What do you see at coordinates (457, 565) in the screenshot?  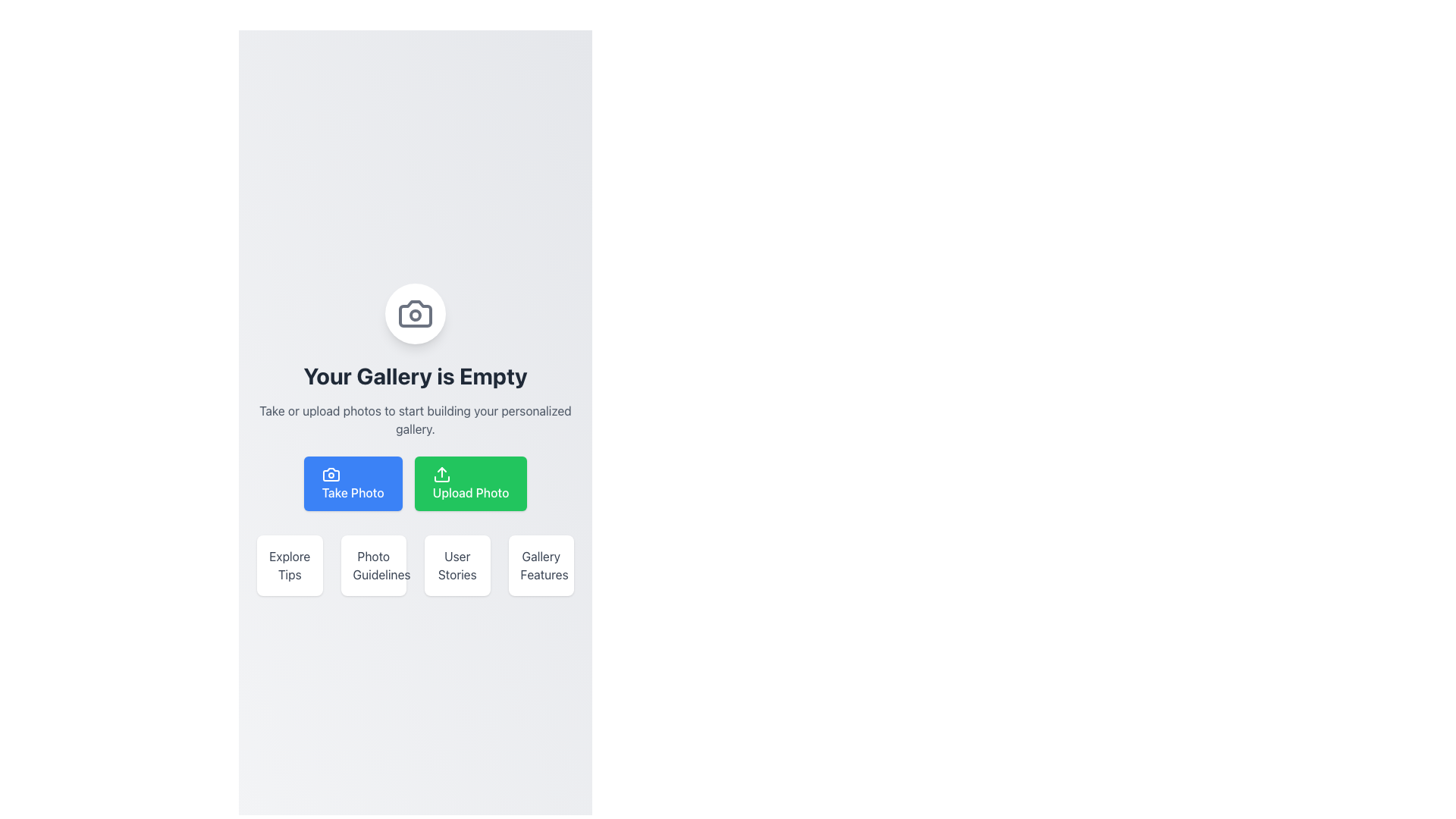 I see `the 'User Stories' button, which is the third button in a grid layout positioned below 'Take Photo' and 'Upload Photo'` at bounding box center [457, 565].